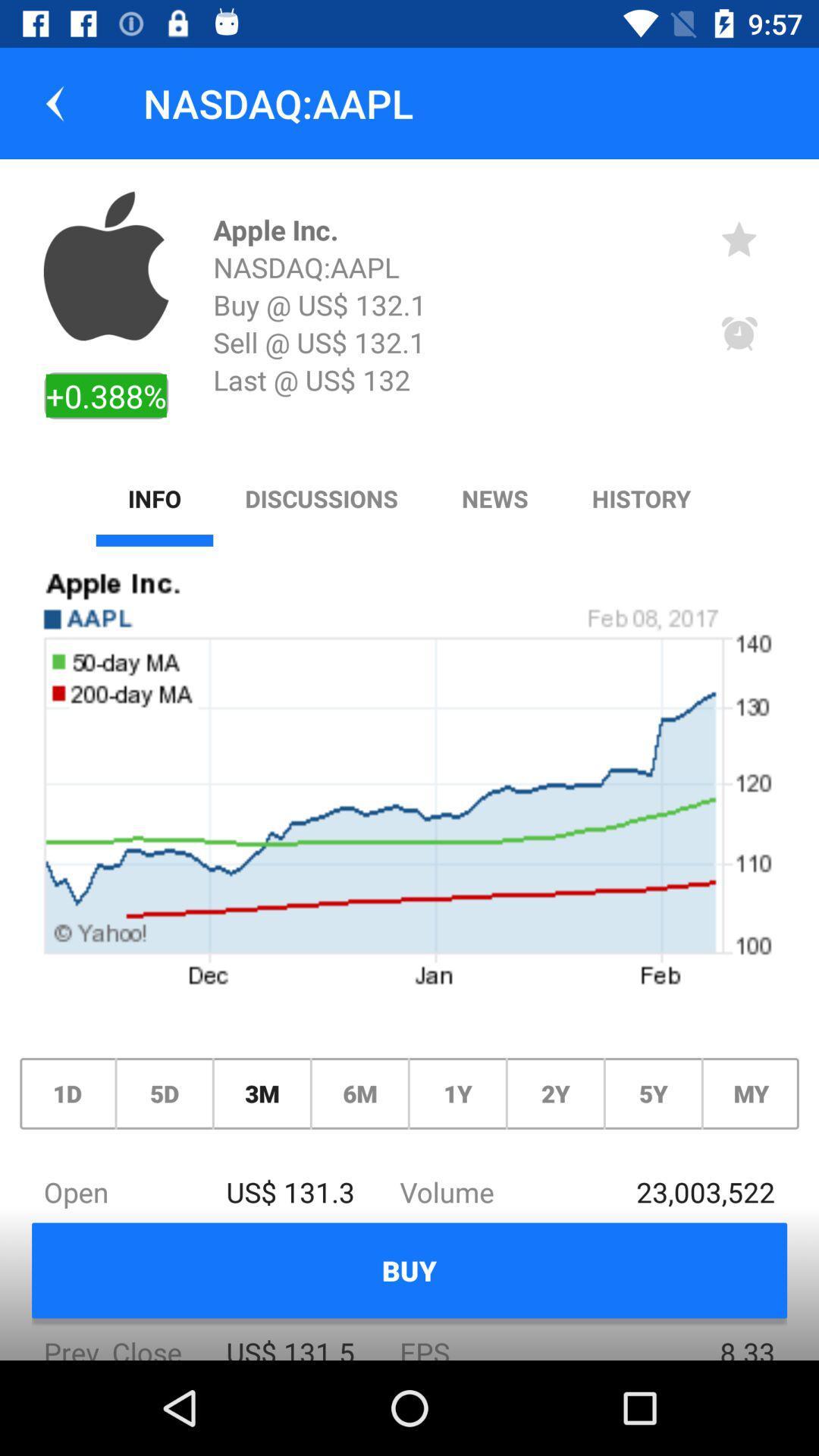 Image resolution: width=819 pixels, height=1456 pixels. What do you see at coordinates (105, 265) in the screenshot?
I see `the iphone symbol` at bounding box center [105, 265].